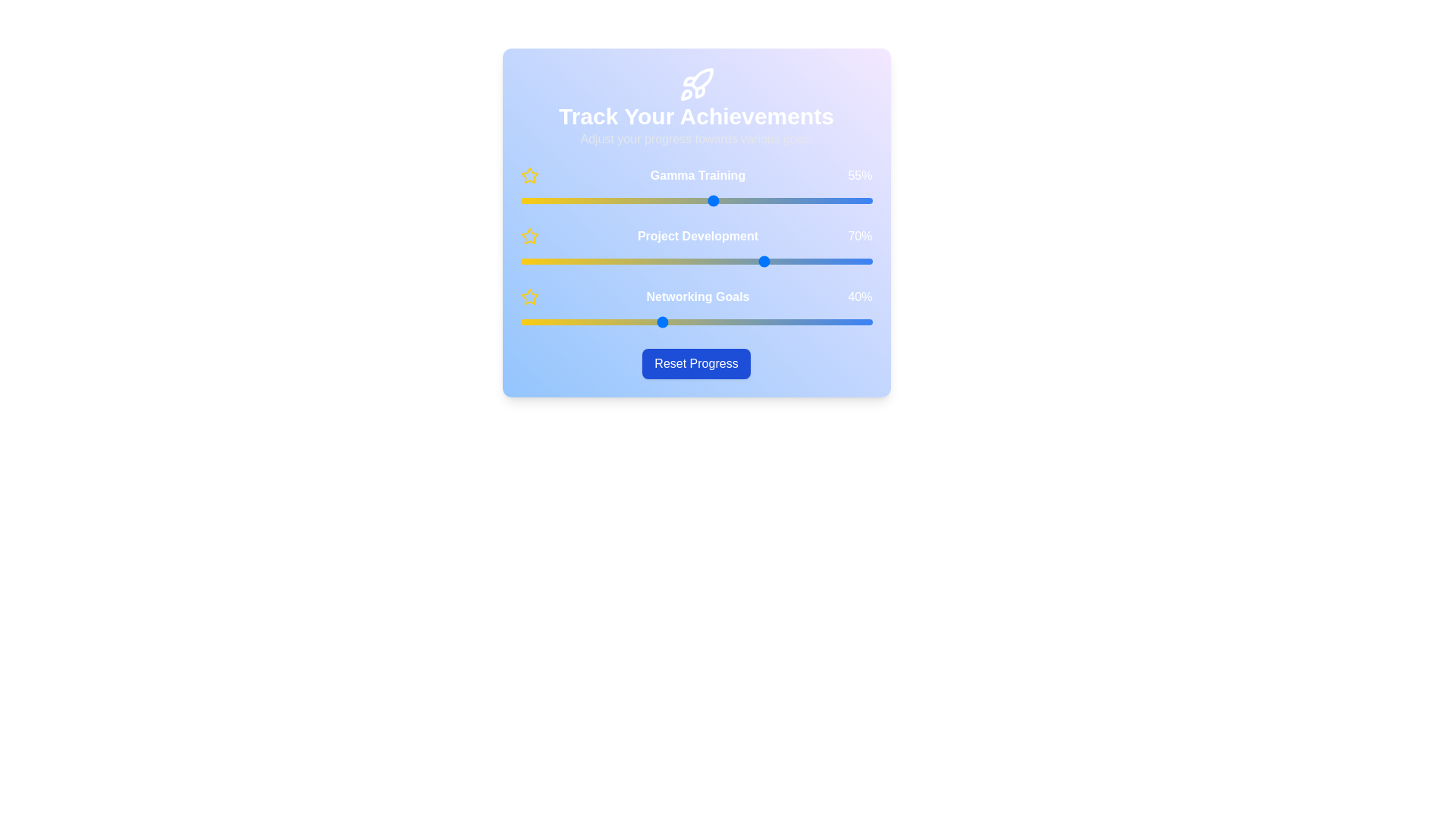 This screenshot has height=819, width=1456. I want to click on the 'Project Development' slider to 52%, so click(702, 260).